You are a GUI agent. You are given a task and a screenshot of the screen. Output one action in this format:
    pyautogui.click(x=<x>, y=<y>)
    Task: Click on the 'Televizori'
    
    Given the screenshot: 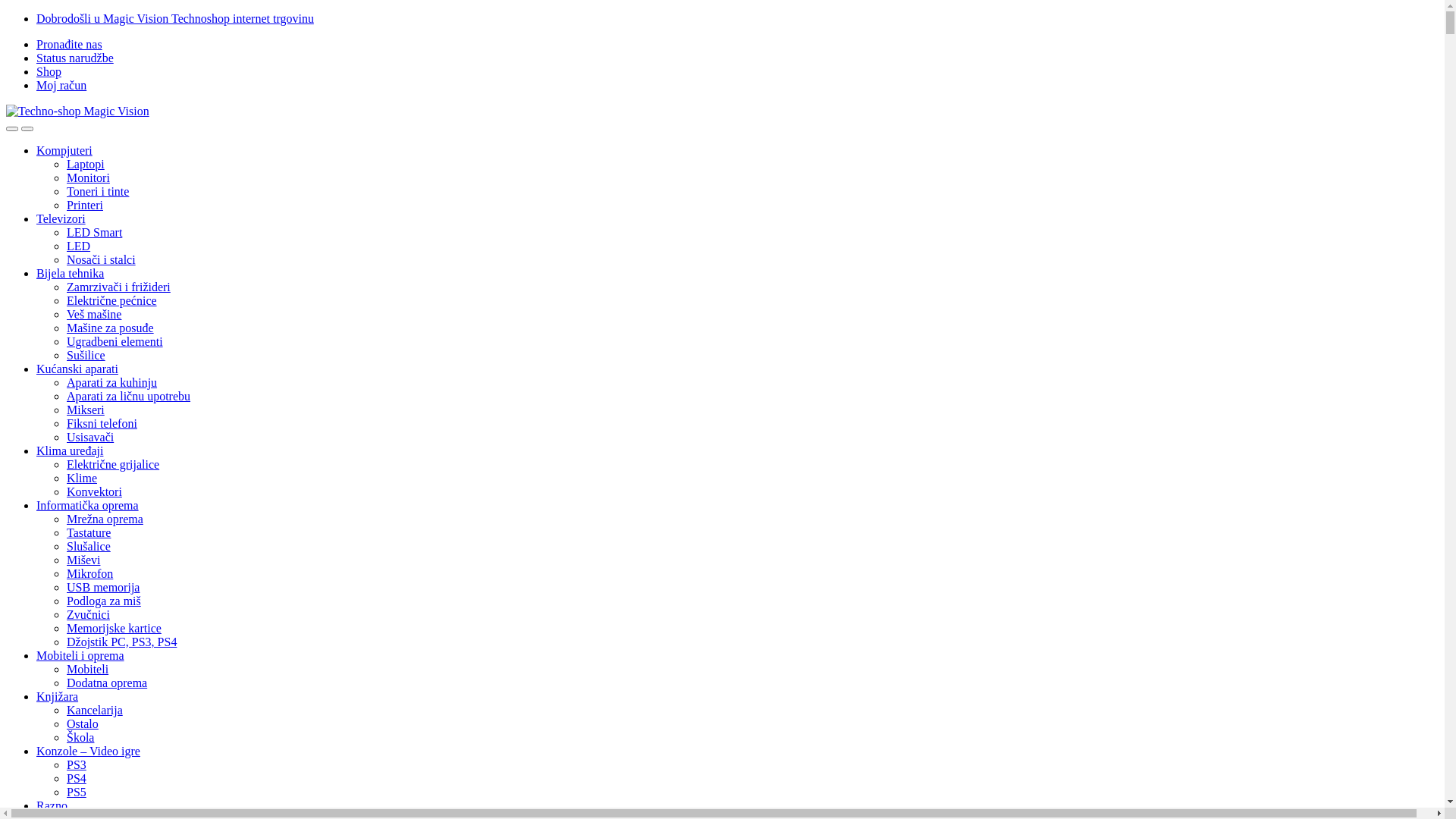 What is the action you would take?
    pyautogui.click(x=61, y=218)
    